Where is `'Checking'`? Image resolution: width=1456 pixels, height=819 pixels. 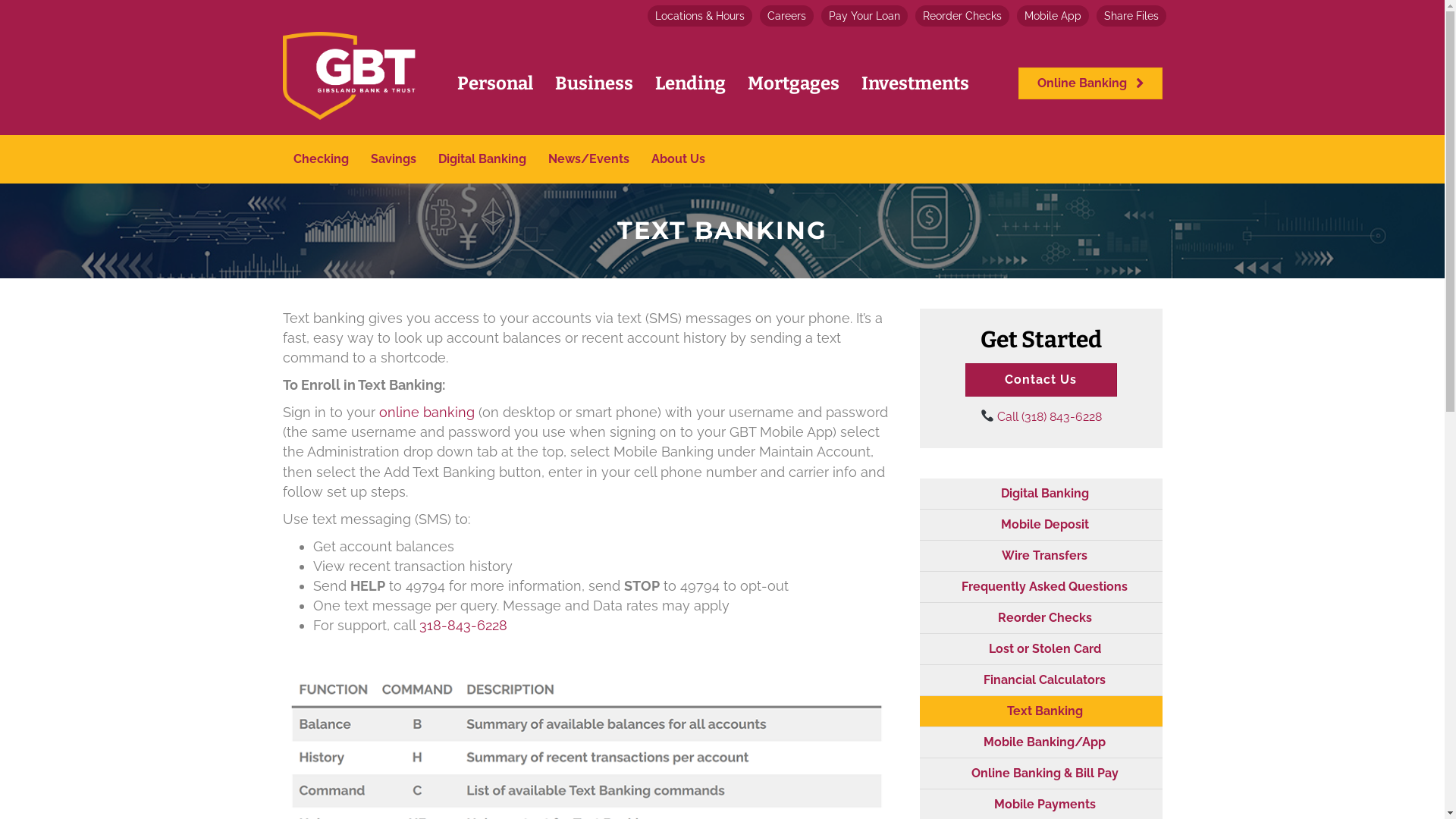 'Checking' is located at coordinates (319, 158).